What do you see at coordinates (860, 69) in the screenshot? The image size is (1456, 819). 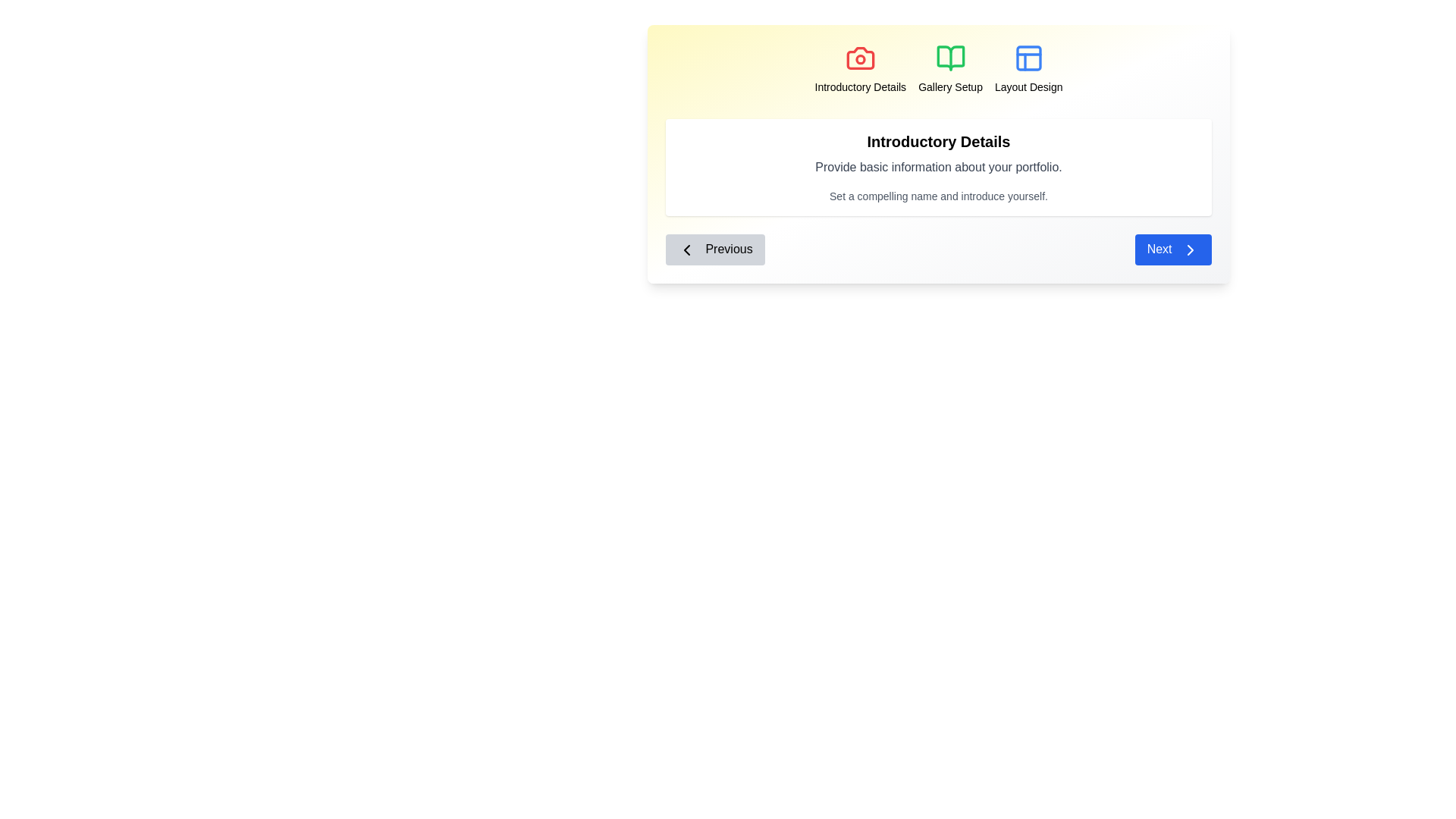 I see `the first selectable menu item or step indicator` at bounding box center [860, 69].